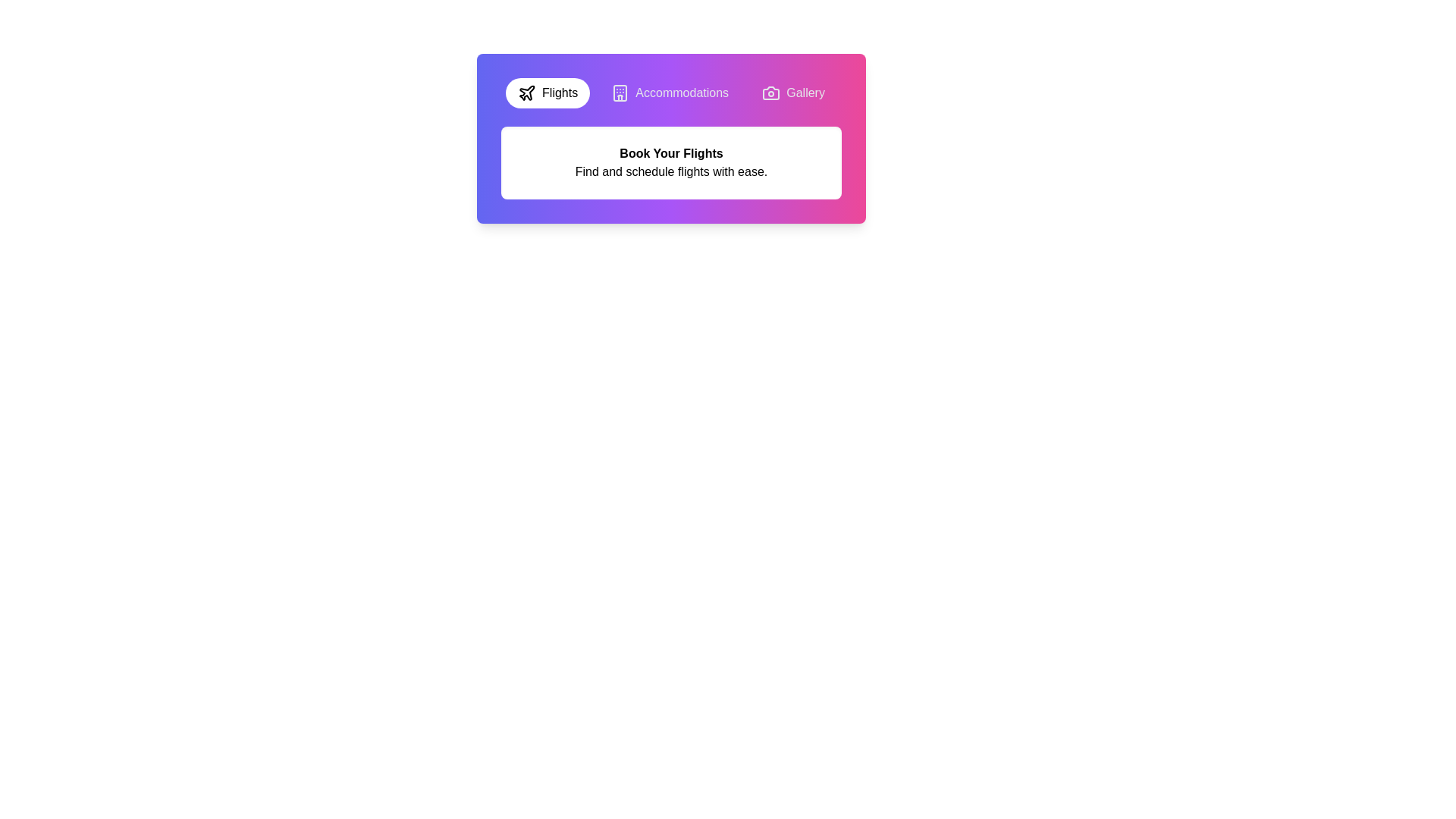 The height and width of the screenshot is (819, 1456). Describe the element at coordinates (792, 93) in the screenshot. I see `the tab corresponding to Gallery` at that location.